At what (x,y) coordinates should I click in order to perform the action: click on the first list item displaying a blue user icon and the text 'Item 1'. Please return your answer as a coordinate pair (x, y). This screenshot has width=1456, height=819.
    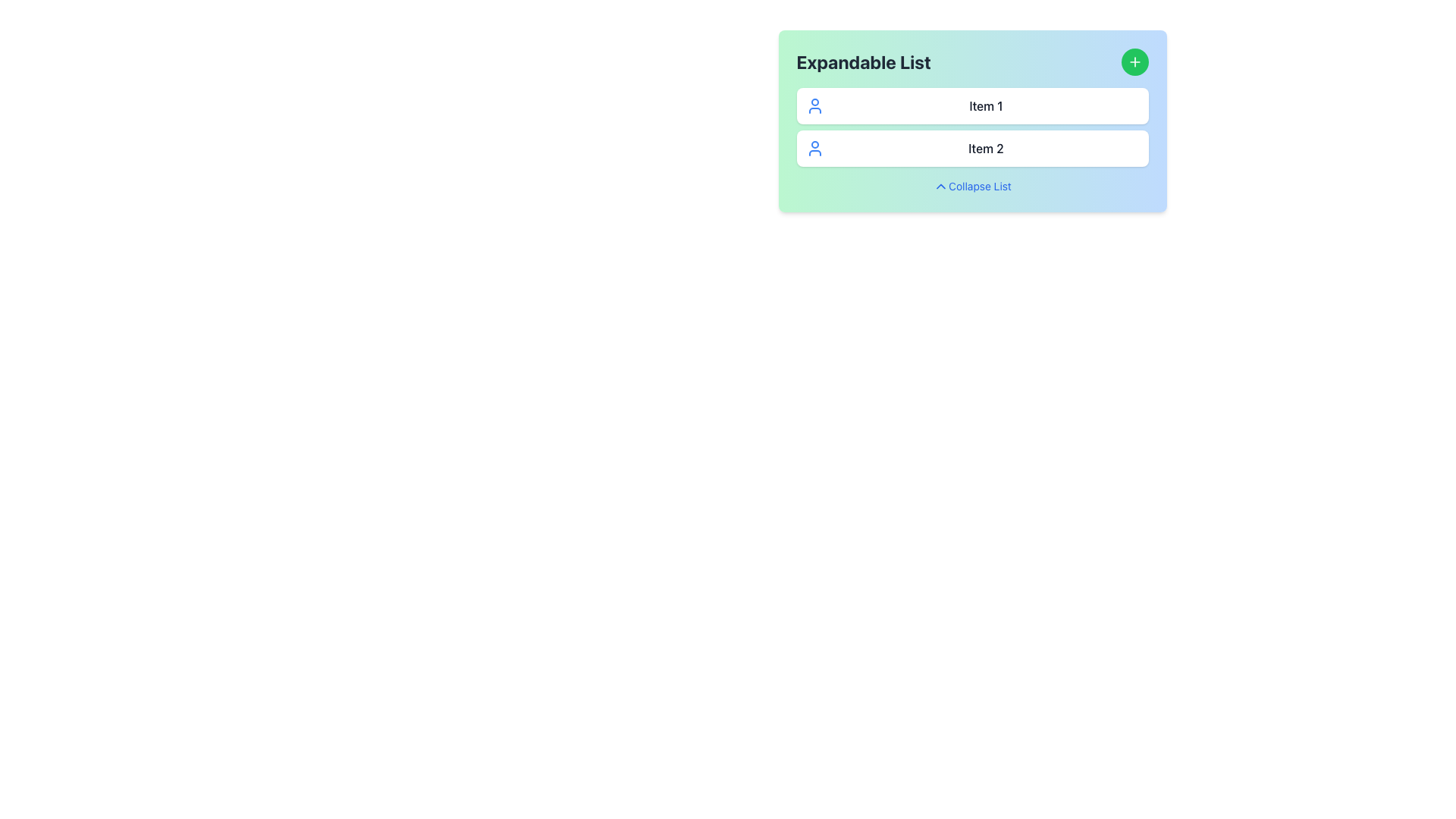
    Looking at the image, I should click on (972, 105).